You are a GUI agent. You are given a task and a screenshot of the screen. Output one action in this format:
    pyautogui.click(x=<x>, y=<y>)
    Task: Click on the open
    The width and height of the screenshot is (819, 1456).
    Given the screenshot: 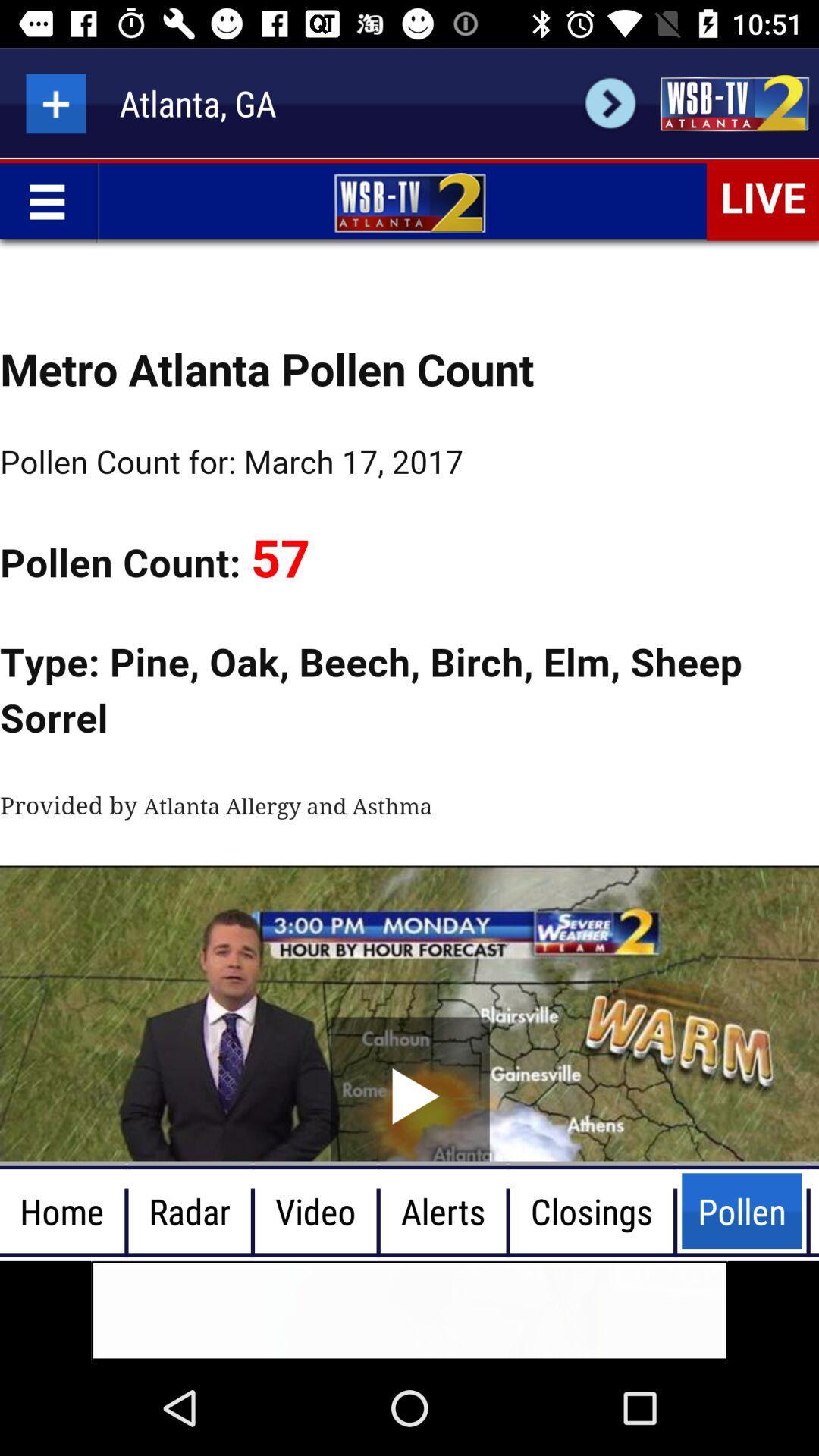 What is the action you would take?
    pyautogui.click(x=733, y=102)
    